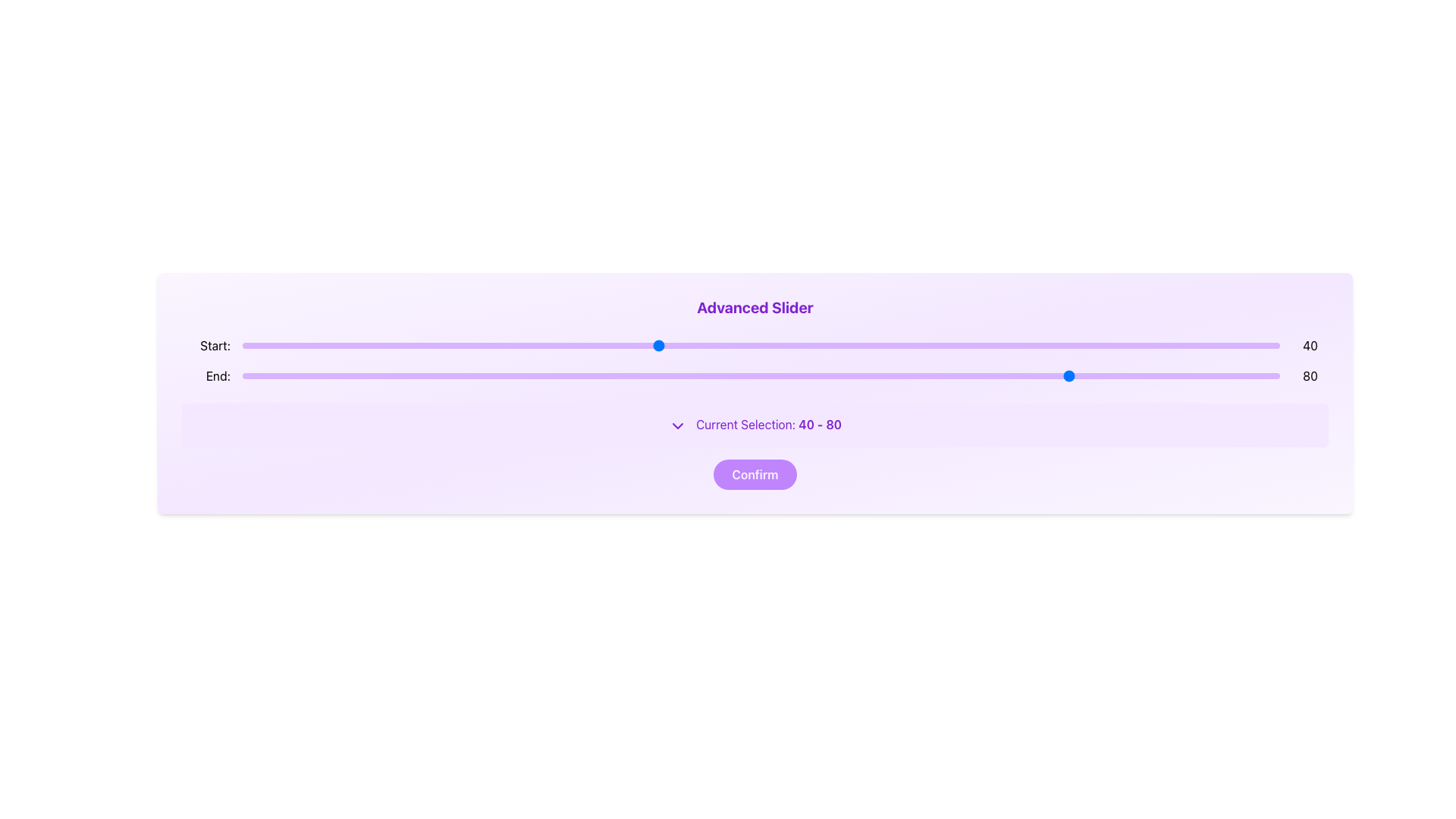 Image resolution: width=1456 pixels, height=819 pixels. Describe the element at coordinates (388, 345) in the screenshot. I see `the start slider` at that location.